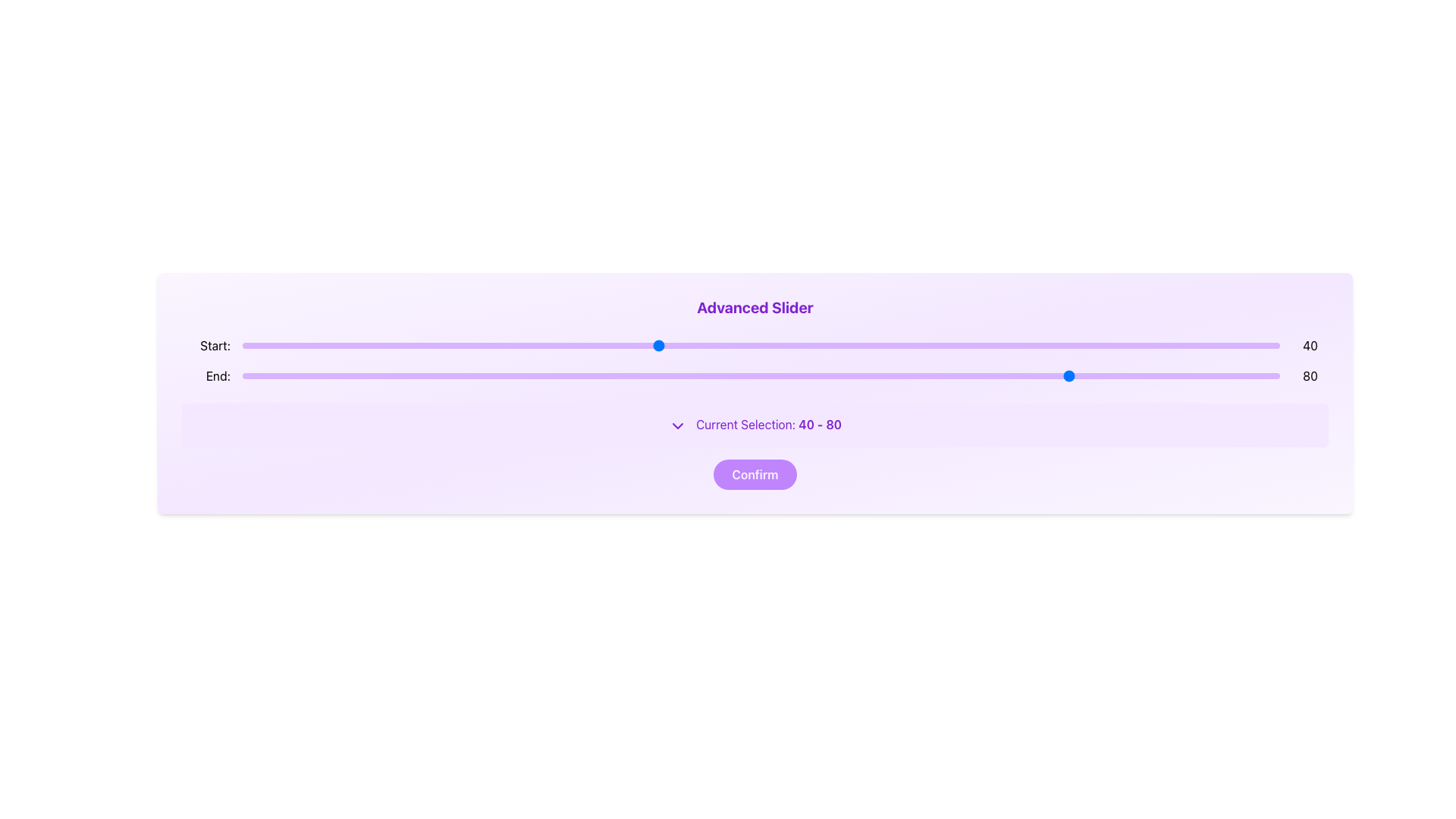 Image resolution: width=1456 pixels, height=819 pixels. Describe the element at coordinates (388, 345) in the screenshot. I see `the start slider` at that location.